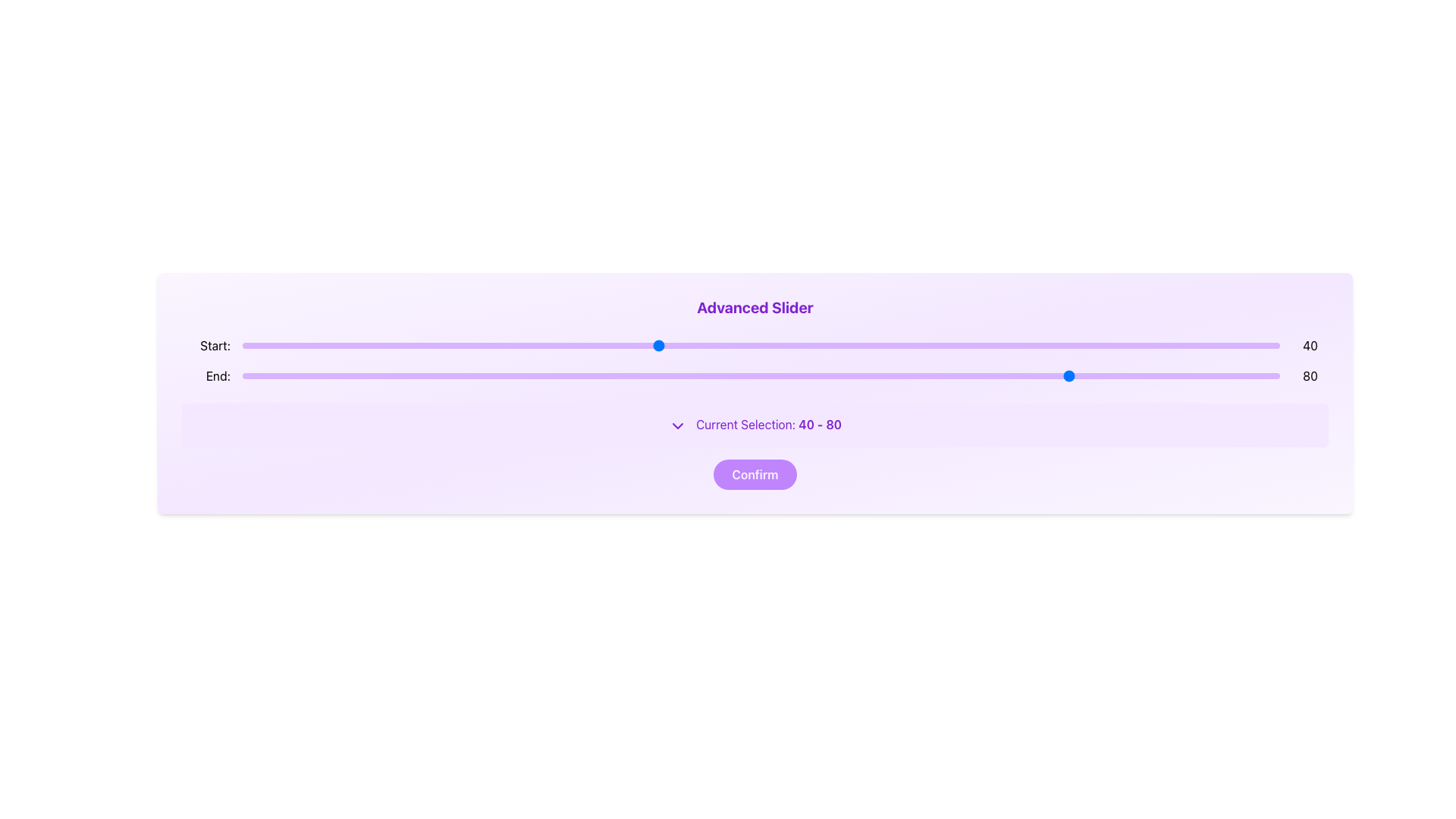 Image resolution: width=1456 pixels, height=819 pixels. Describe the element at coordinates (388, 345) in the screenshot. I see `the start slider` at that location.